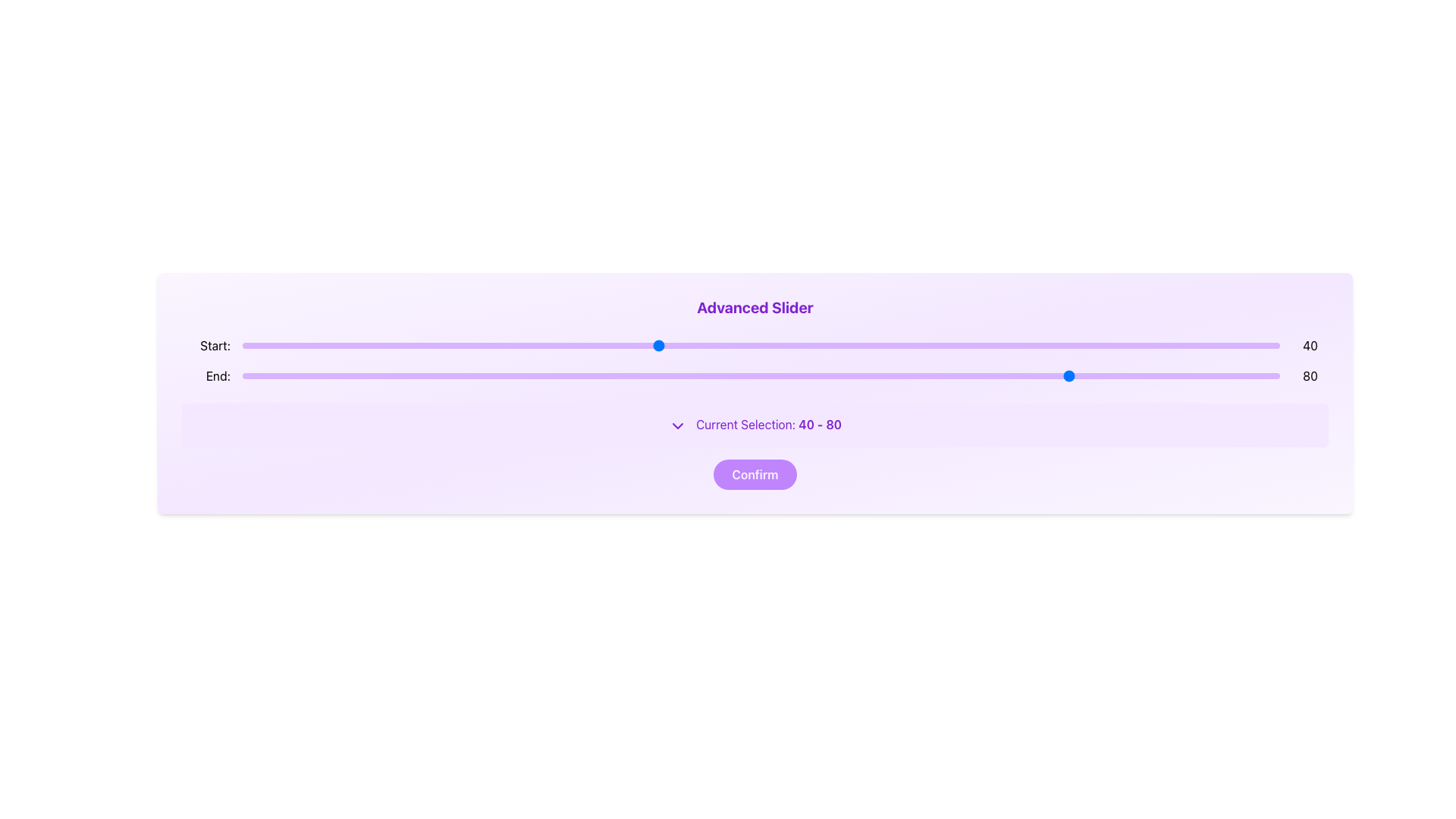 Image resolution: width=1456 pixels, height=819 pixels. Describe the element at coordinates (388, 345) in the screenshot. I see `the start slider` at that location.